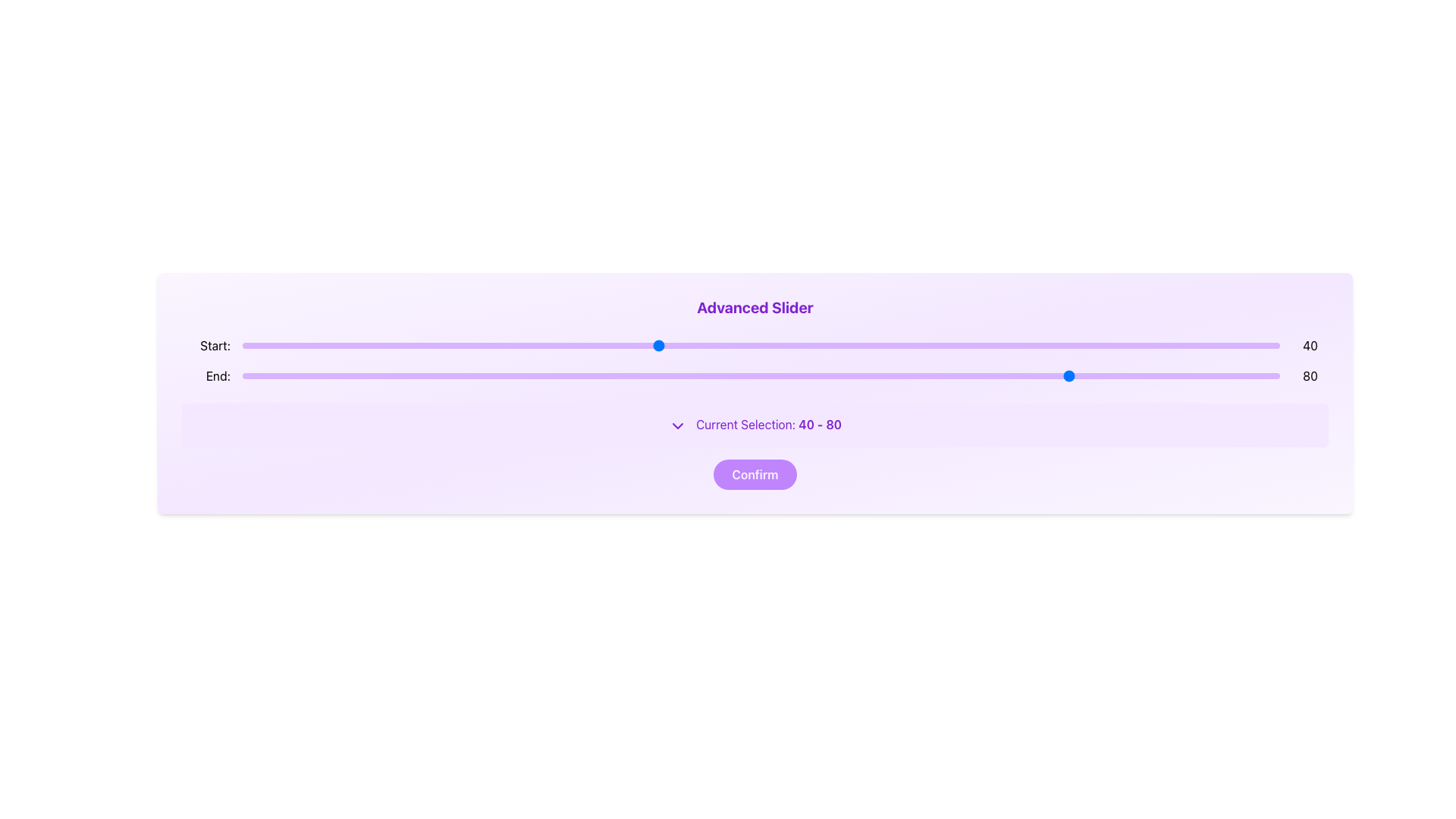 Image resolution: width=1456 pixels, height=819 pixels. Describe the element at coordinates (388, 345) in the screenshot. I see `the start slider` at that location.